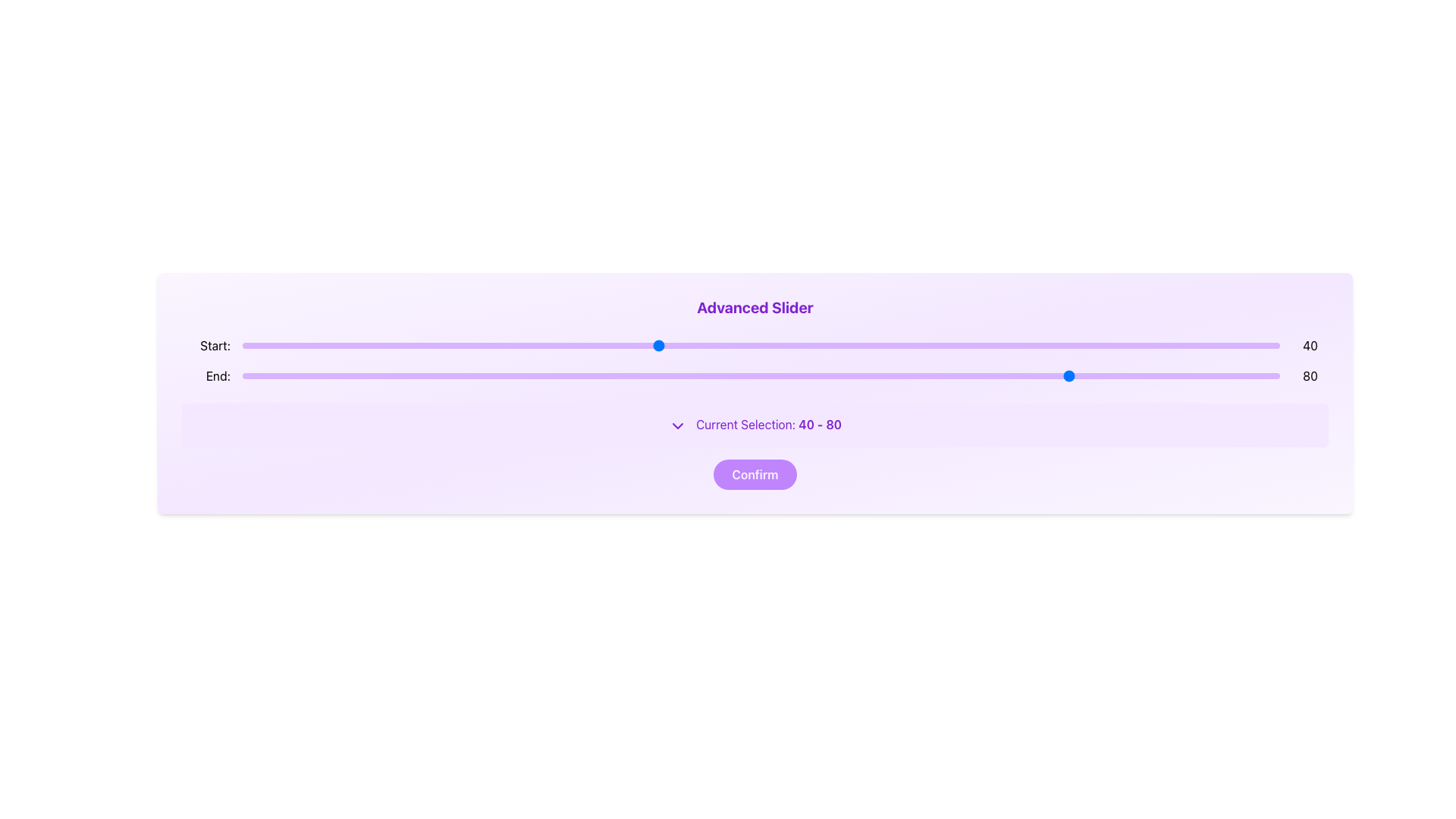 Image resolution: width=1456 pixels, height=819 pixels. Describe the element at coordinates (388, 345) in the screenshot. I see `the start slider` at that location.